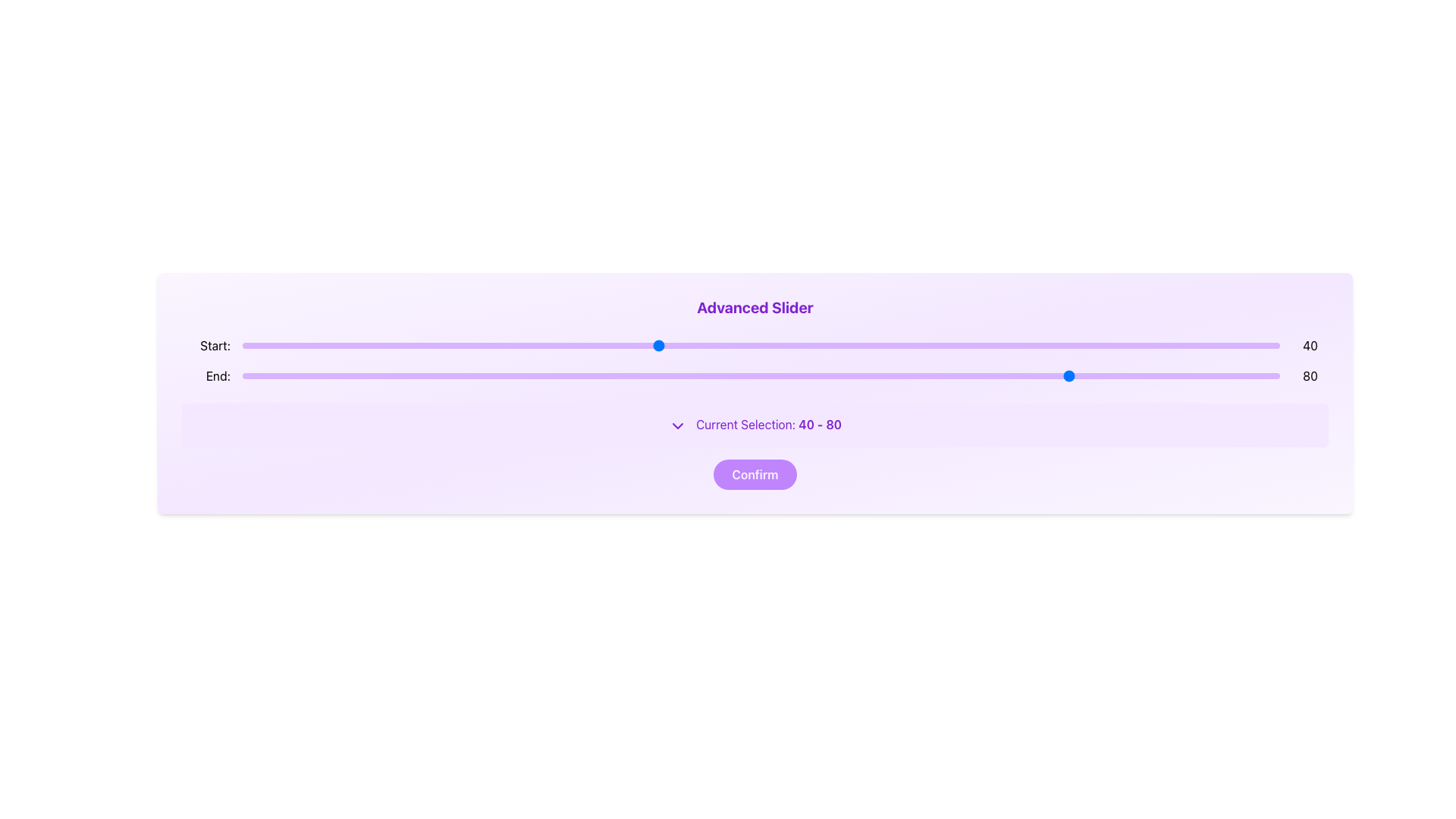 Image resolution: width=1456 pixels, height=819 pixels. Describe the element at coordinates (388, 345) in the screenshot. I see `the start slider` at that location.